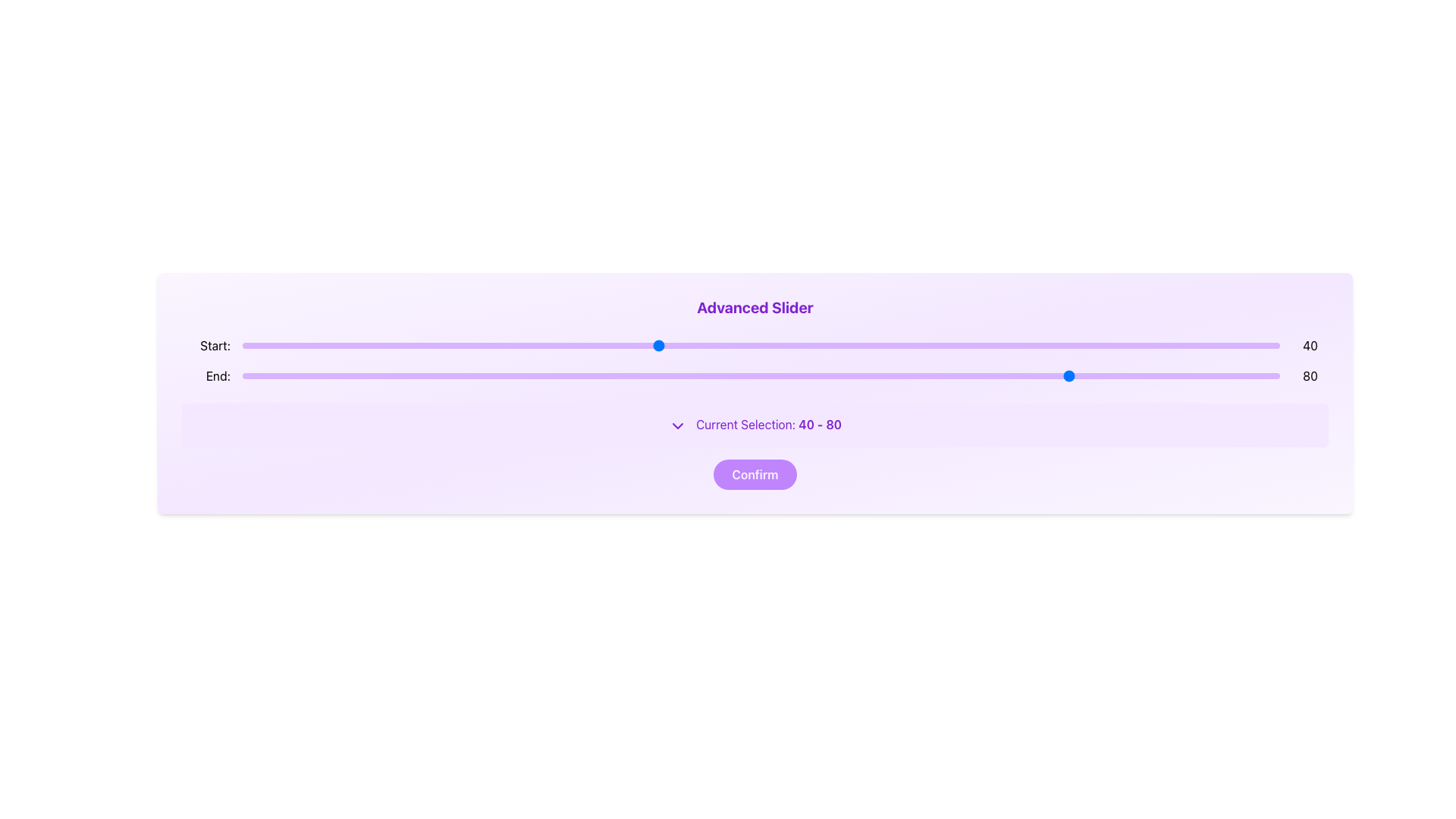 Image resolution: width=1456 pixels, height=819 pixels. Describe the element at coordinates (388, 345) in the screenshot. I see `the start slider` at that location.